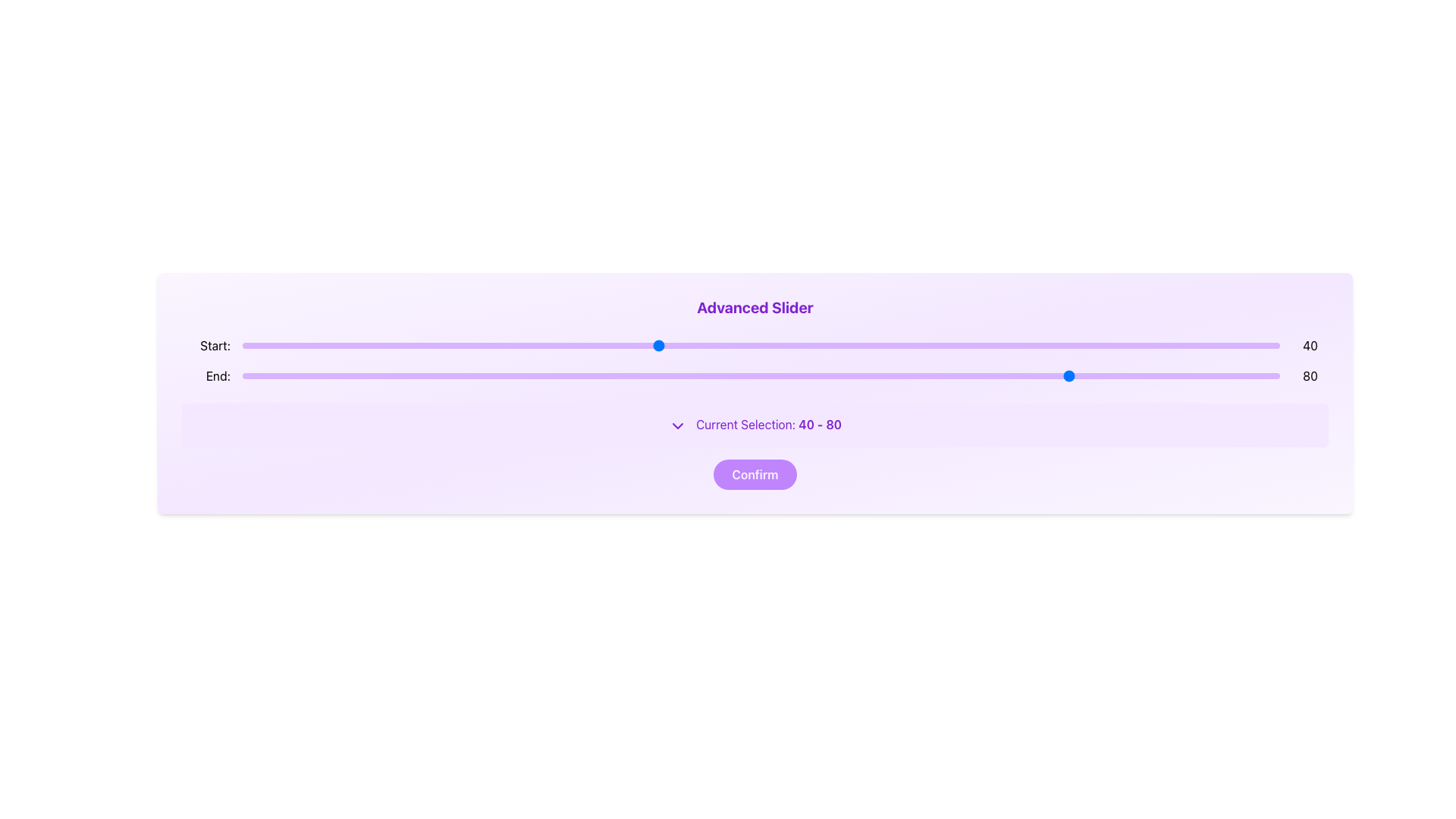 Image resolution: width=1456 pixels, height=819 pixels. Describe the element at coordinates (388, 345) in the screenshot. I see `the start slider` at that location.